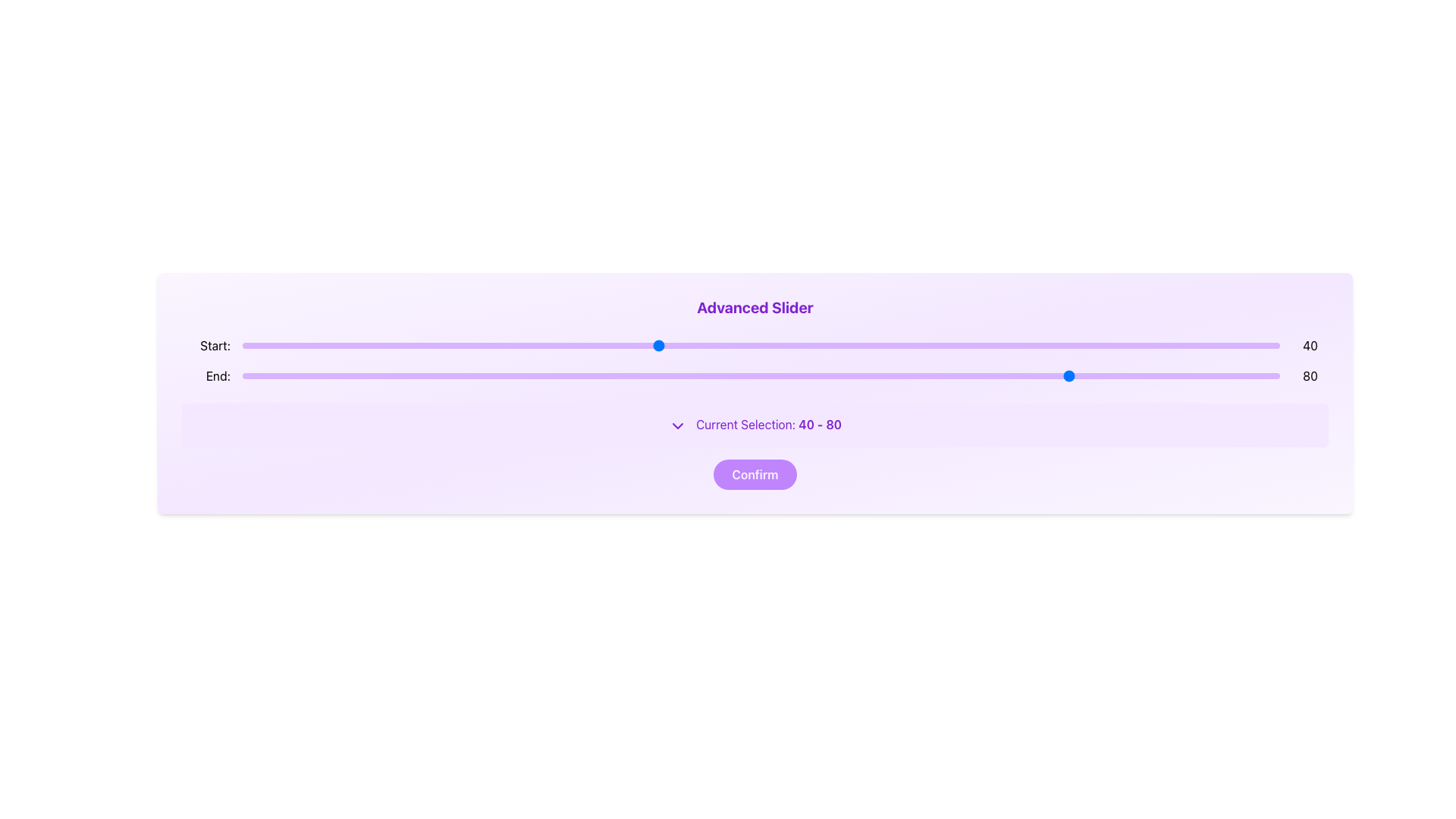 Image resolution: width=1456 pixels, height=819 pixels. Describe the element at coordinates (388, 345) in the screenshot. I see `the start slider` at that location.